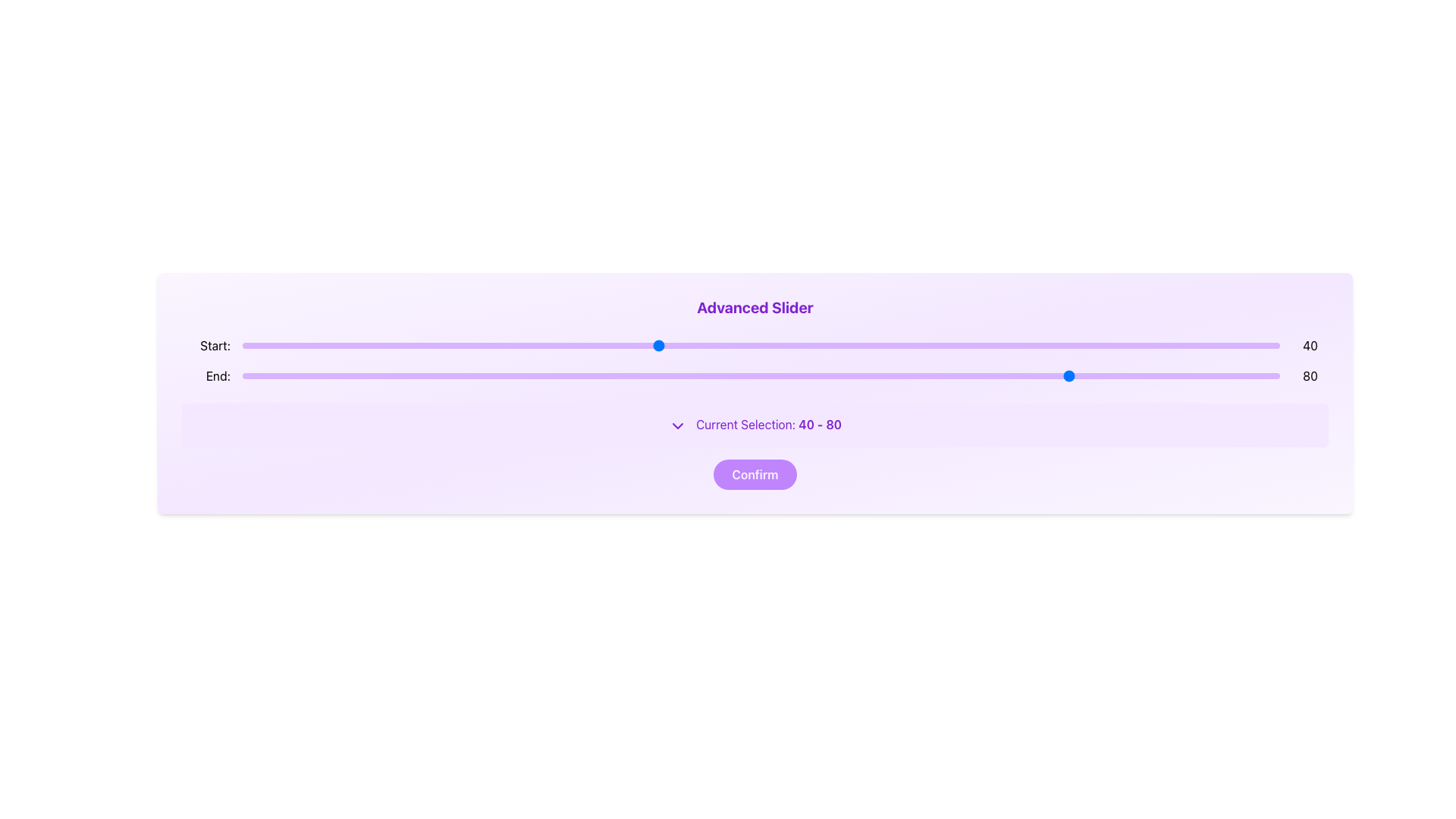 Image resolution: width=1456 pixels, height=819 pixels. Describe the element at coordinates (388, 345) in the screenshot. I see `the start slider` at that location.